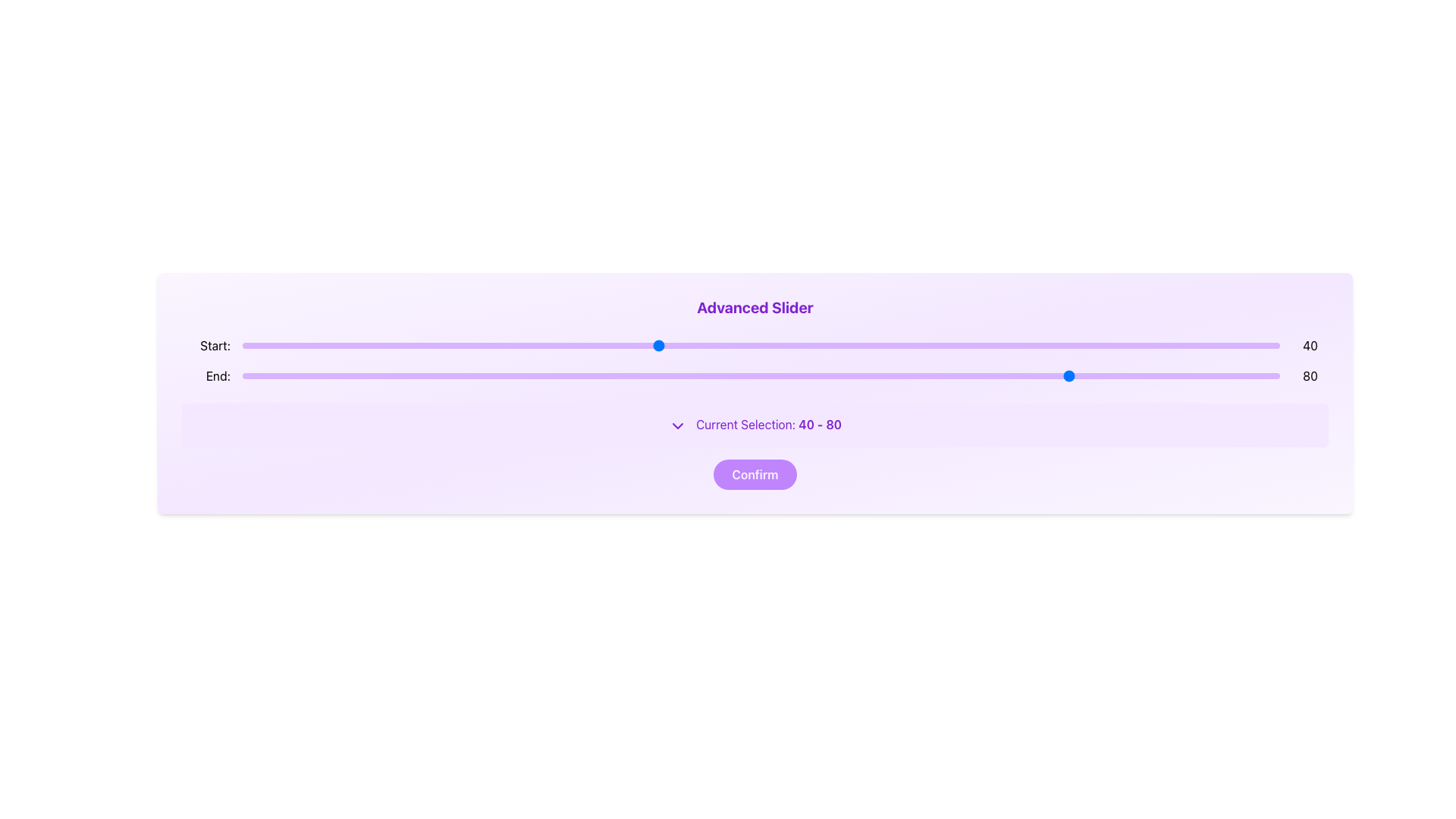 Image resolution: width=1456 pixels, height=819 pixels. Describe the element at coordinates (388, 345) in the screenshot. I see `the start slider` at that location.